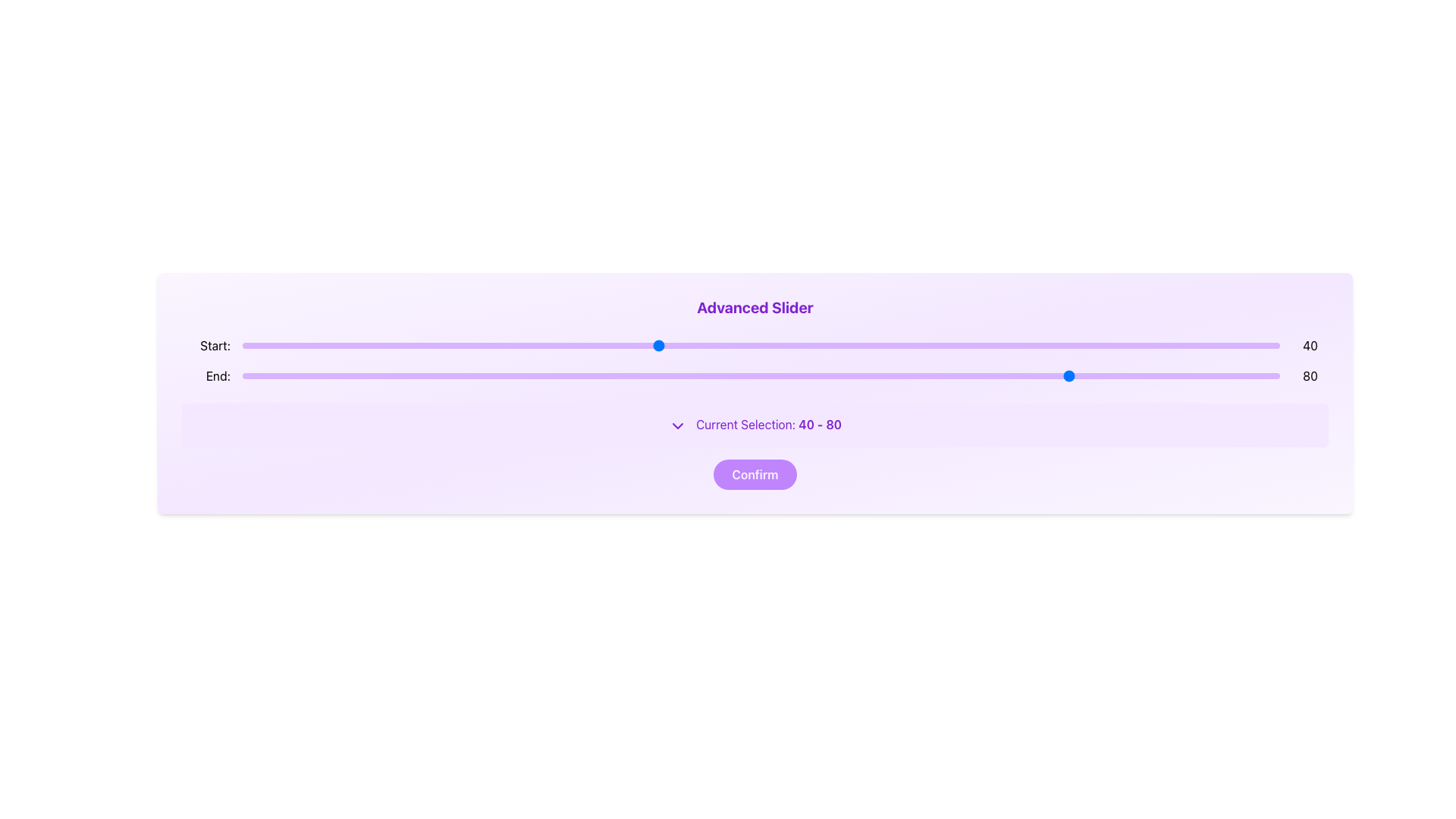 Image resolution: width=1456 pixels, height=819 pixels. Describe the element at coordinates (388, 345) in the screenshot. I see `the start slider` at that location.